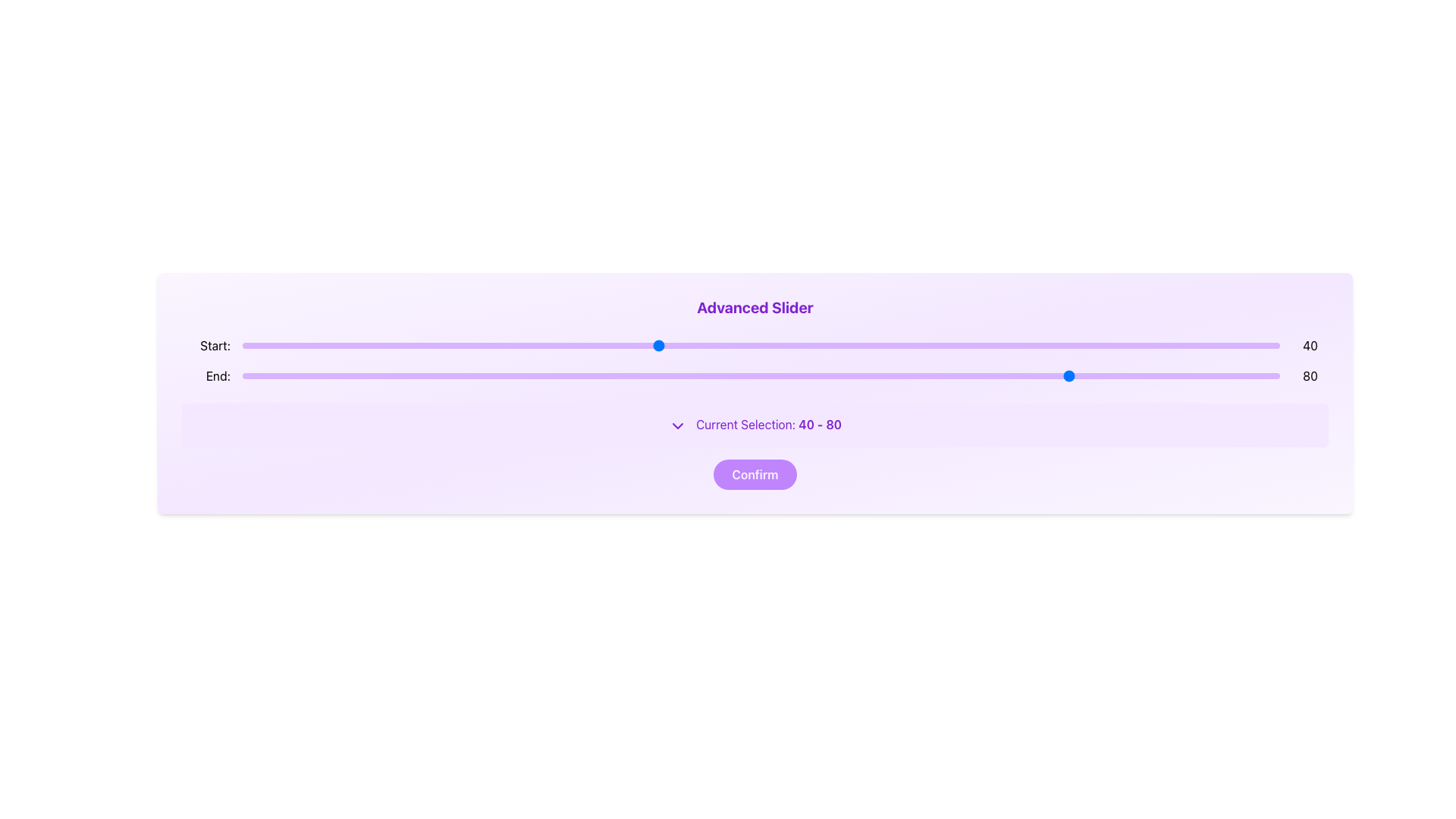 Image resolution: width=1456 pixels, height=819 pixels. Describe the element at coordinates (388, 345) in the screenshot. I see `the start slider` at that location.